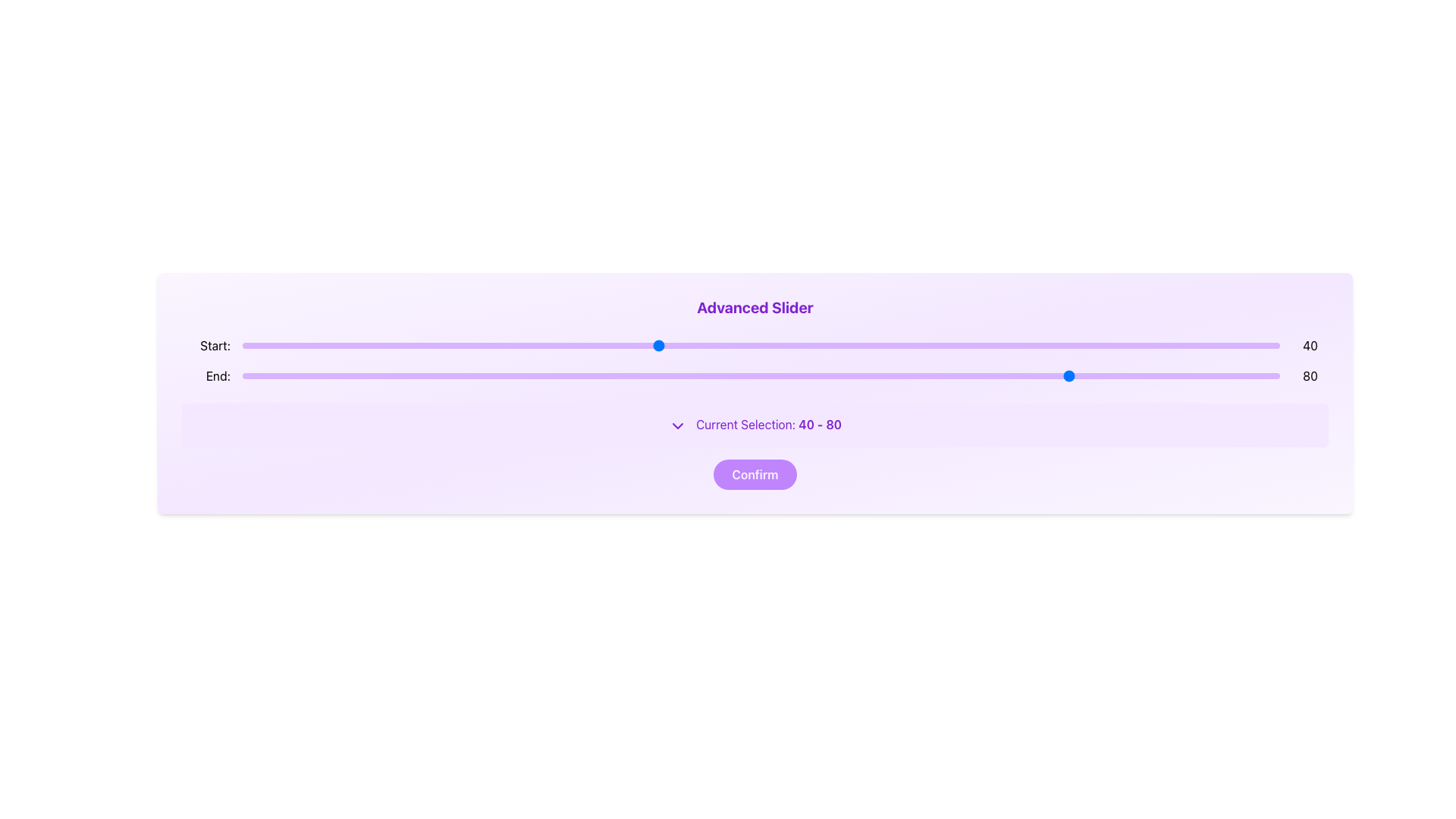 Image resolution: width=1456 pixels, height=819 pixels. Describe the element at coordinates (388, 345) in the screenshot. I see `the start slider` at that location.